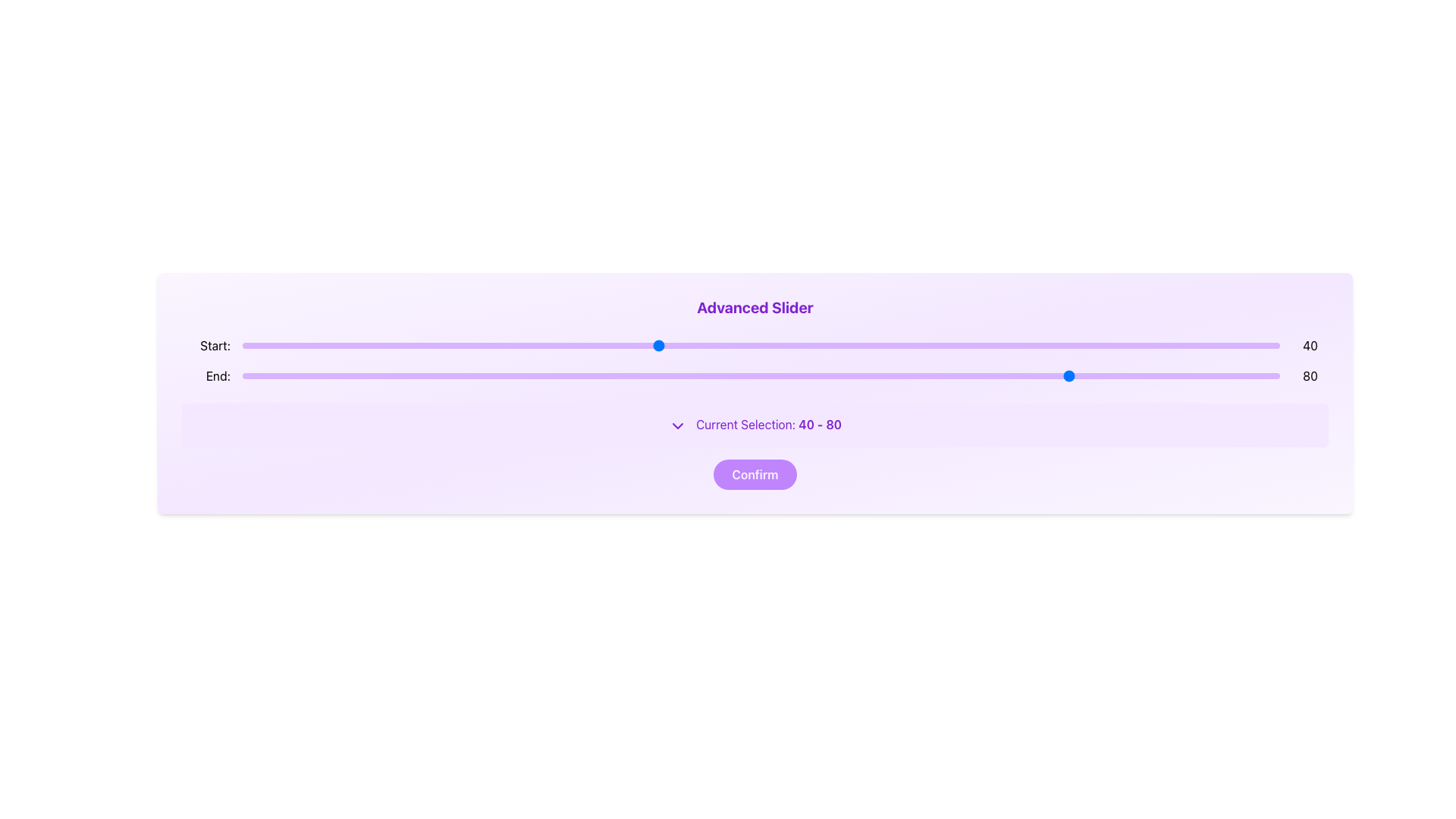 Image resolution: width=1456 pixels, height=819 pixels. Describe the element at coordinates (388, 345) in the screenshot. I see `the start slider` at that location.